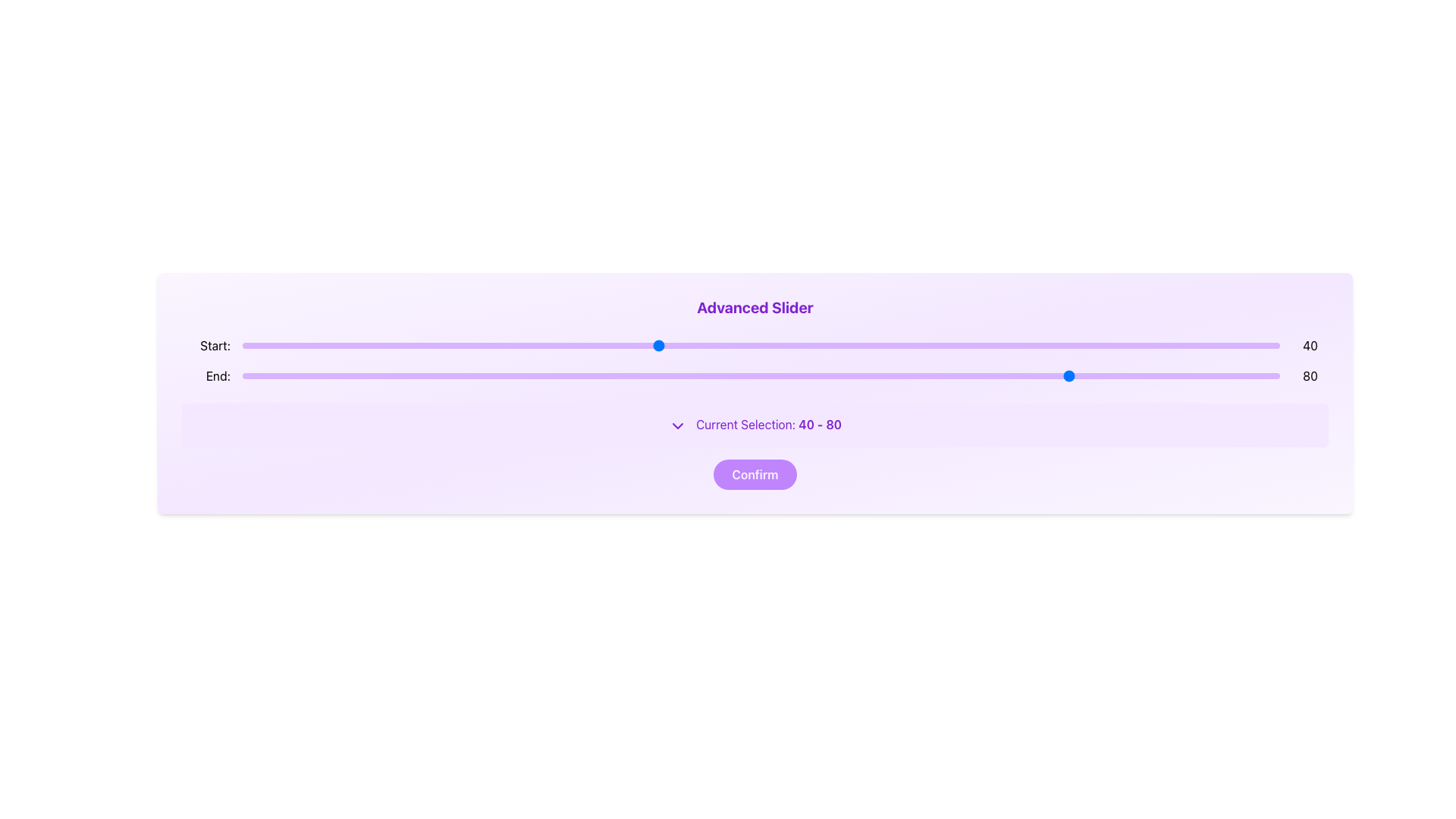 Image resolution: width=1456 pixels, height=819 pixels. Describe the element at coordinates (388, 345) in the screenshot. I see `the start slider` at that location.